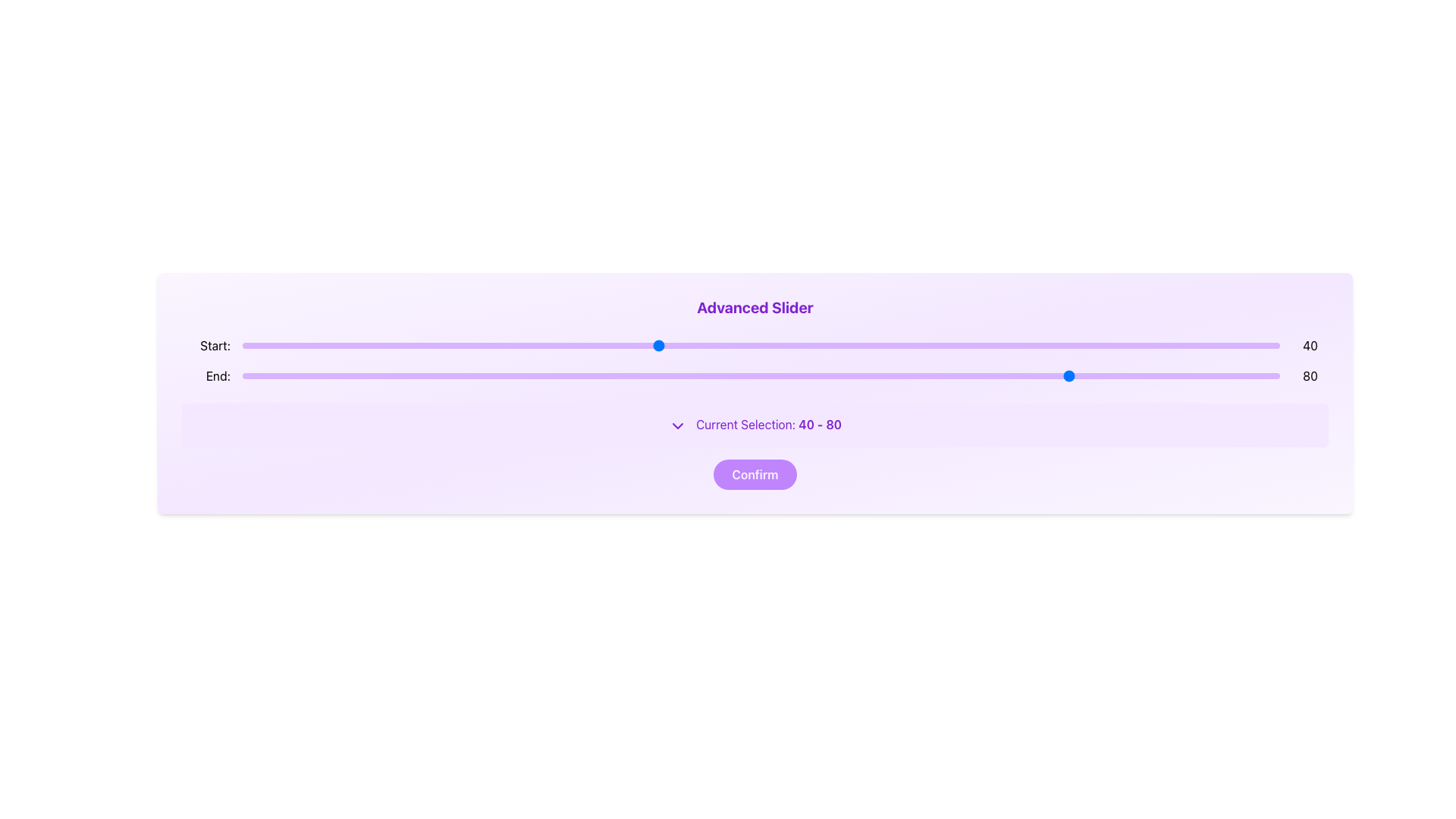 Image resolution: width=1456 pixels, height=819 pixels. Describe the element at coordinates (388, 345) in the screenshot. I see `the start slider` at that location.